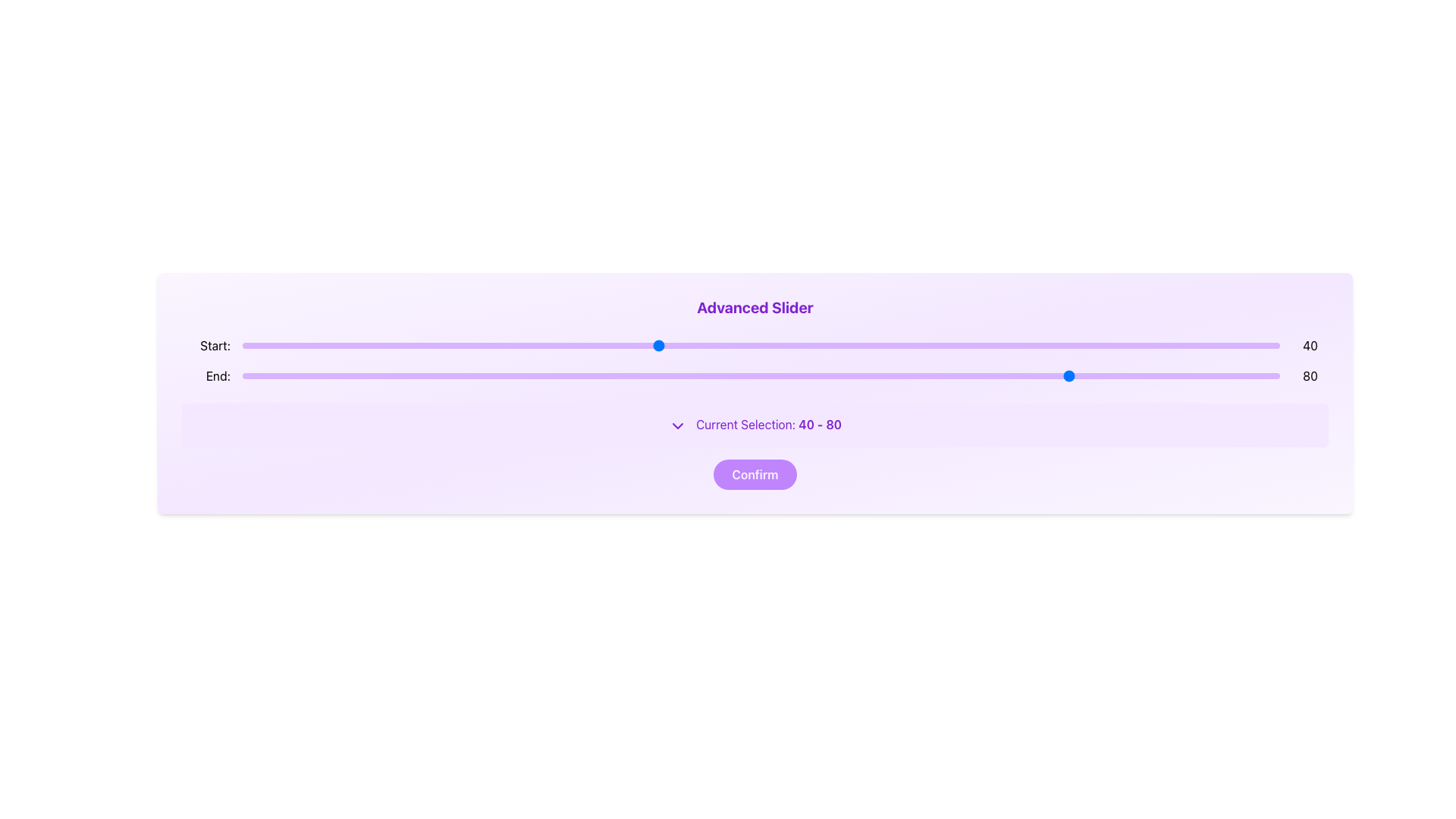 Image resolution: width=1456 pixels, height=819 pixels. Describe the element at coordinates (388, 345) in the screenshot. I see `the start slider` at that location.